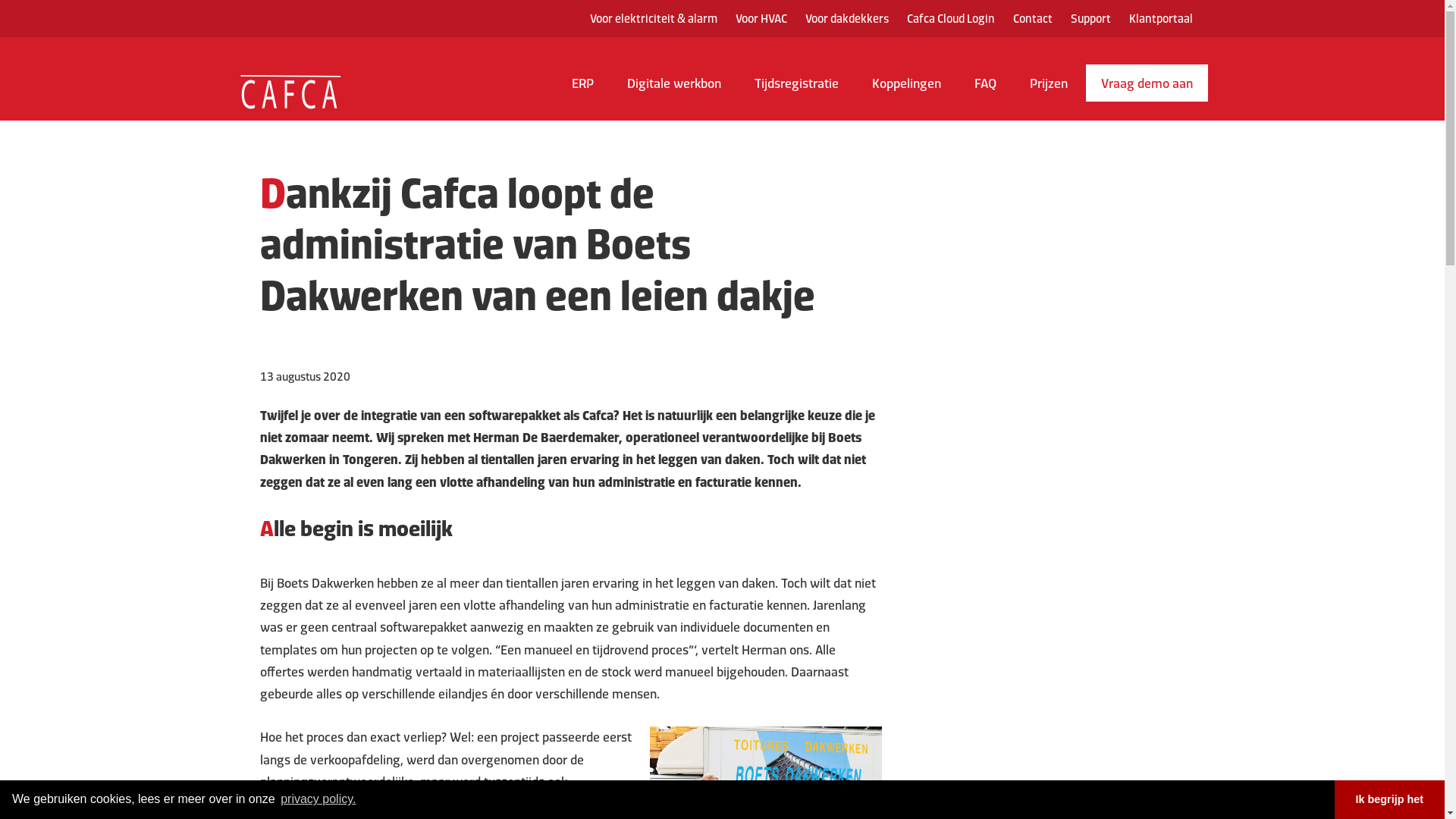 The width and height of the screenshot is (1456, 819). What do you see at coordinates (1090, 18) in the screenshot?
I see `'Support'` at bounding box center [1090, 18].